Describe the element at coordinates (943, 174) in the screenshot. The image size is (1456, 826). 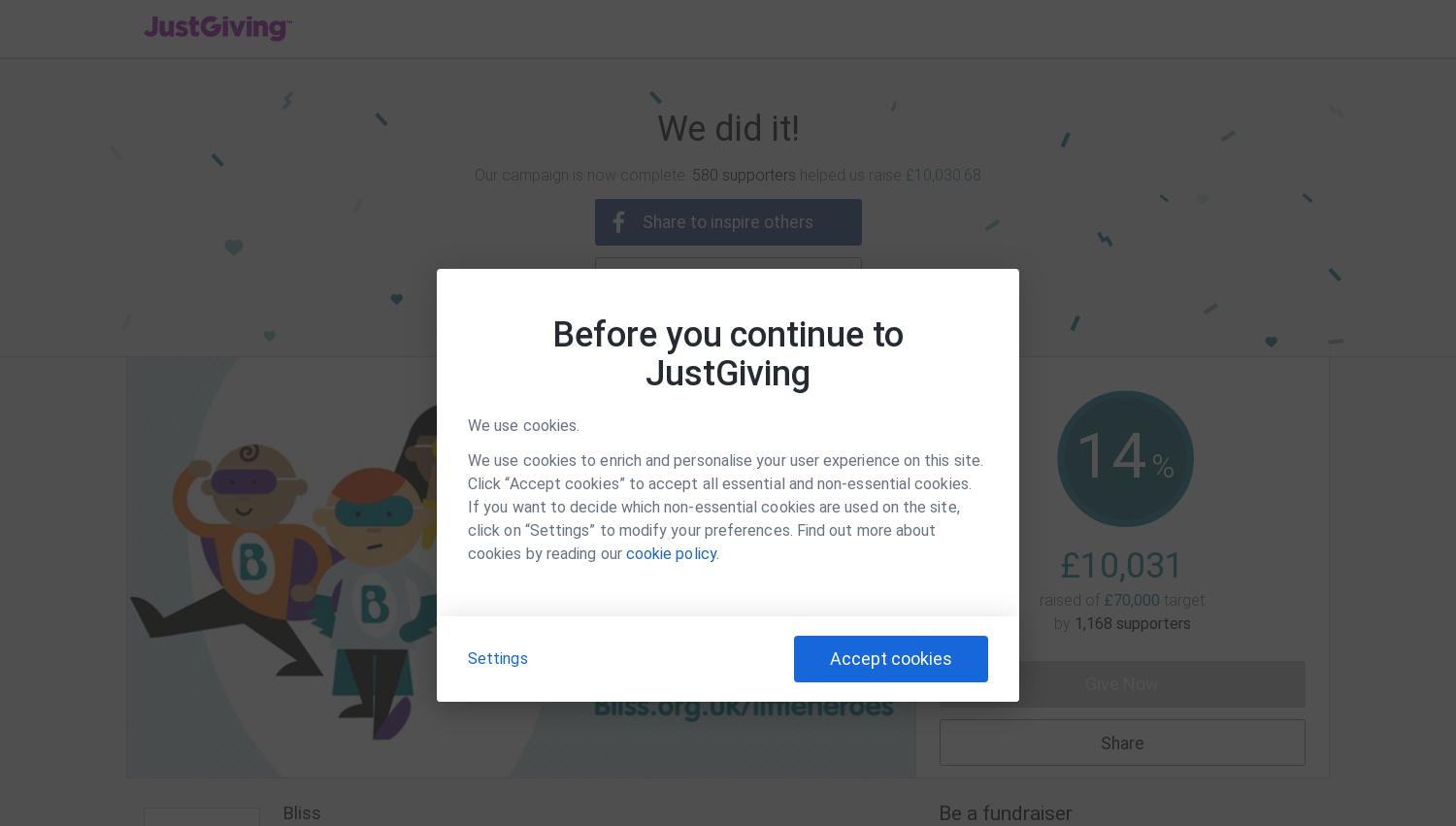
I see `'£10,030.68'` at that location.